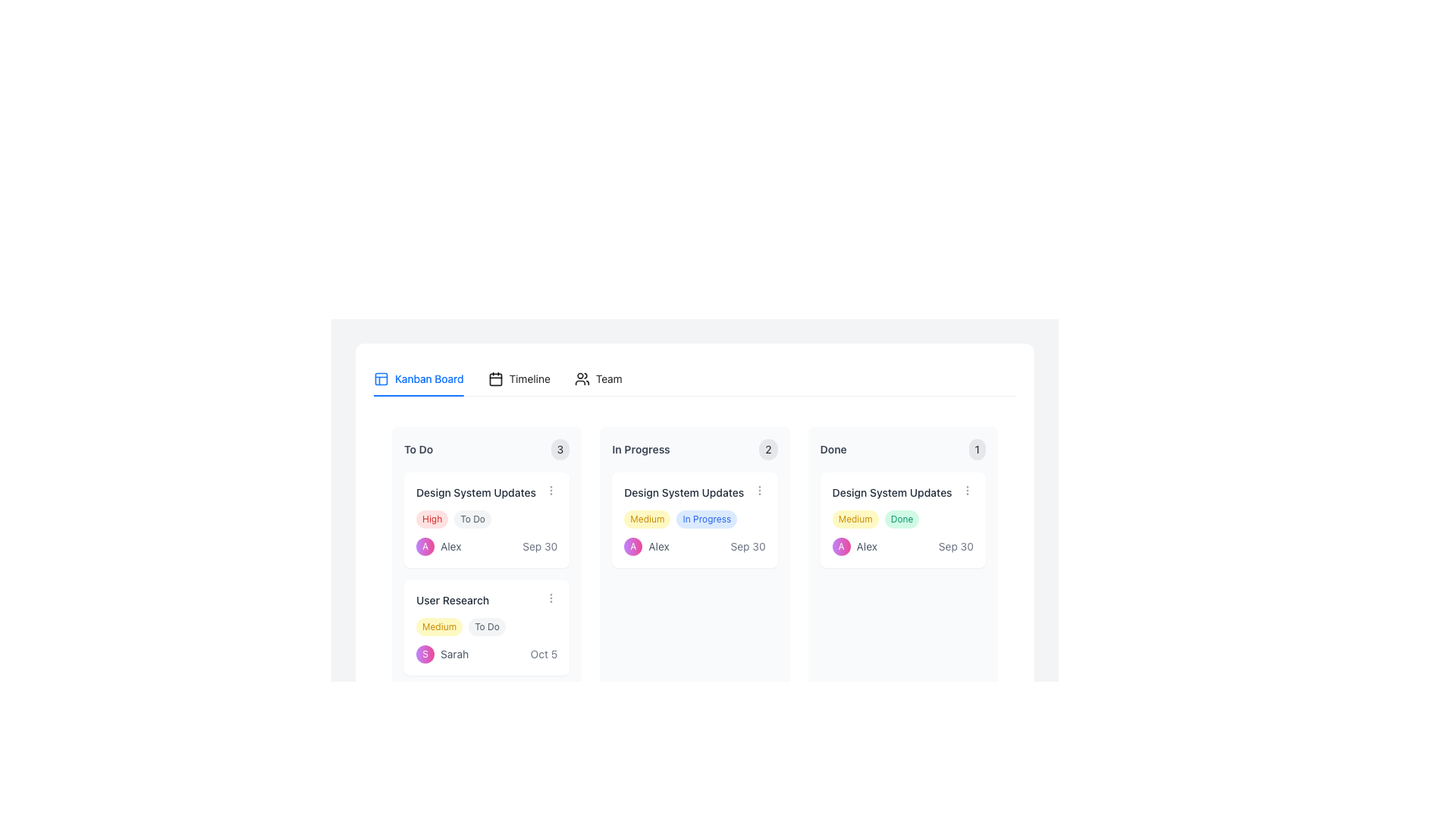  What do you see at coordinates (519, 378) in the screenshot?
I see `the second tab in the horizontal tab list, which serves to navigate to the 'Timeline' section of the application` at bounding box center [519, 378].